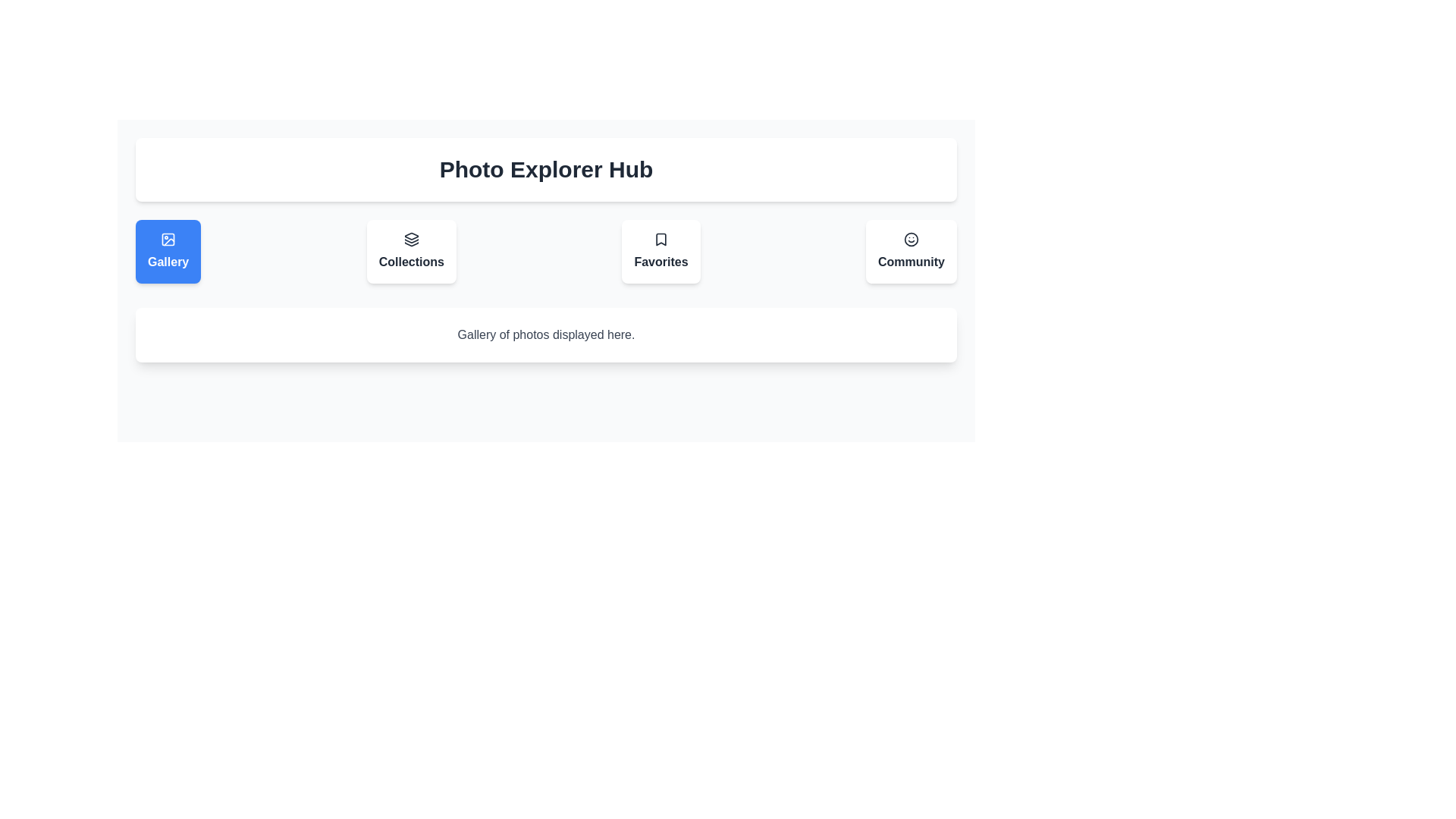  What do you see at coordinates (661, 262) in the screenshot?
I see `text label that says 'Favorites' located below the bookmark icon in the central block` at bounding box center [661, 262].